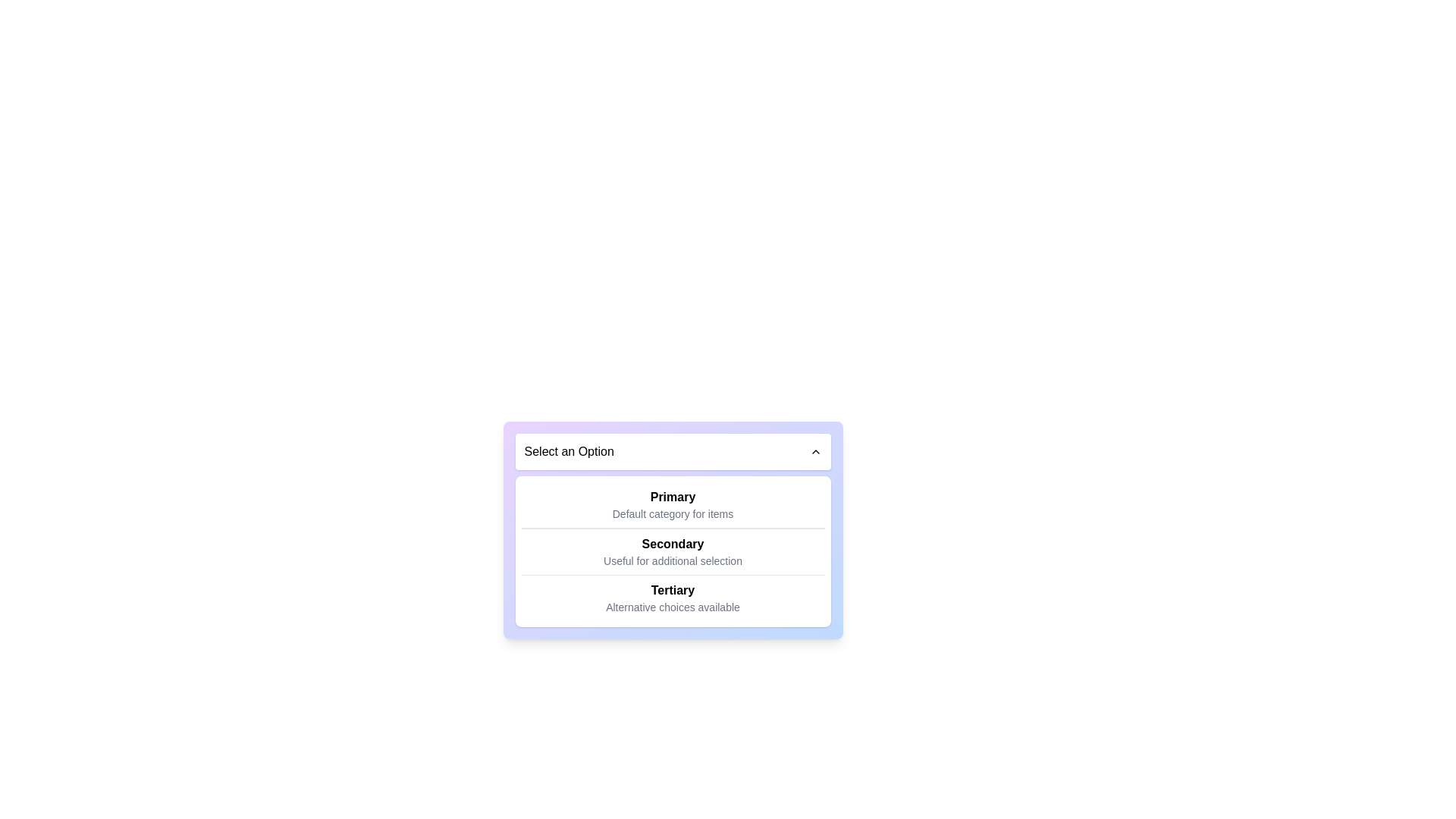 Image resolution: width=1456 pixels, height=819 pixels. What do you see at coordinates (672, 505) in the screenshot?
I see `the text block labeled 'Primary' which is the first element in the list below the 'Select an Option' dropdown menu` at bounding box center [672, 505].